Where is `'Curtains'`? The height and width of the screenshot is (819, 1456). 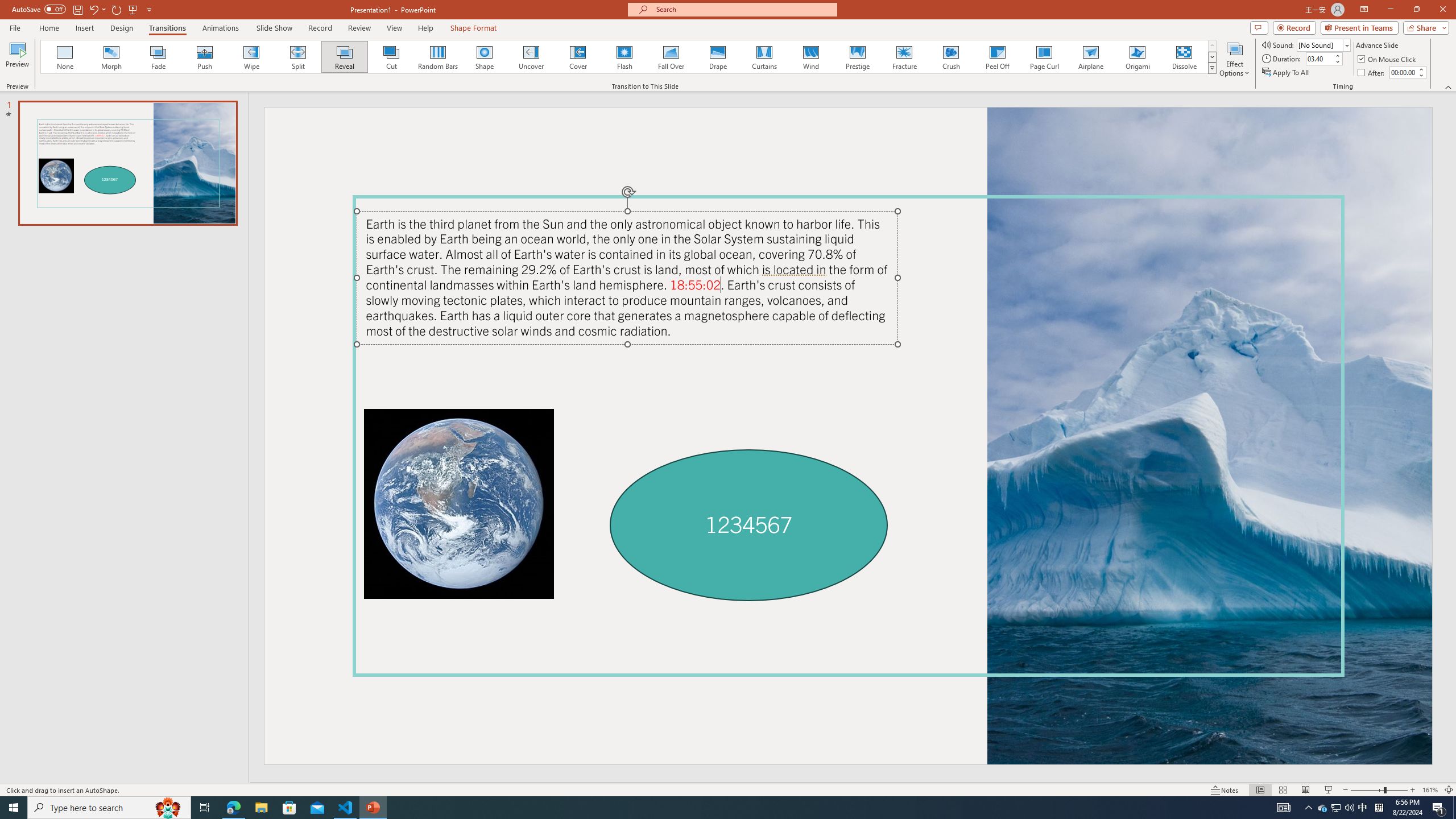
'Curtains' is located at coordinates (764, 56).